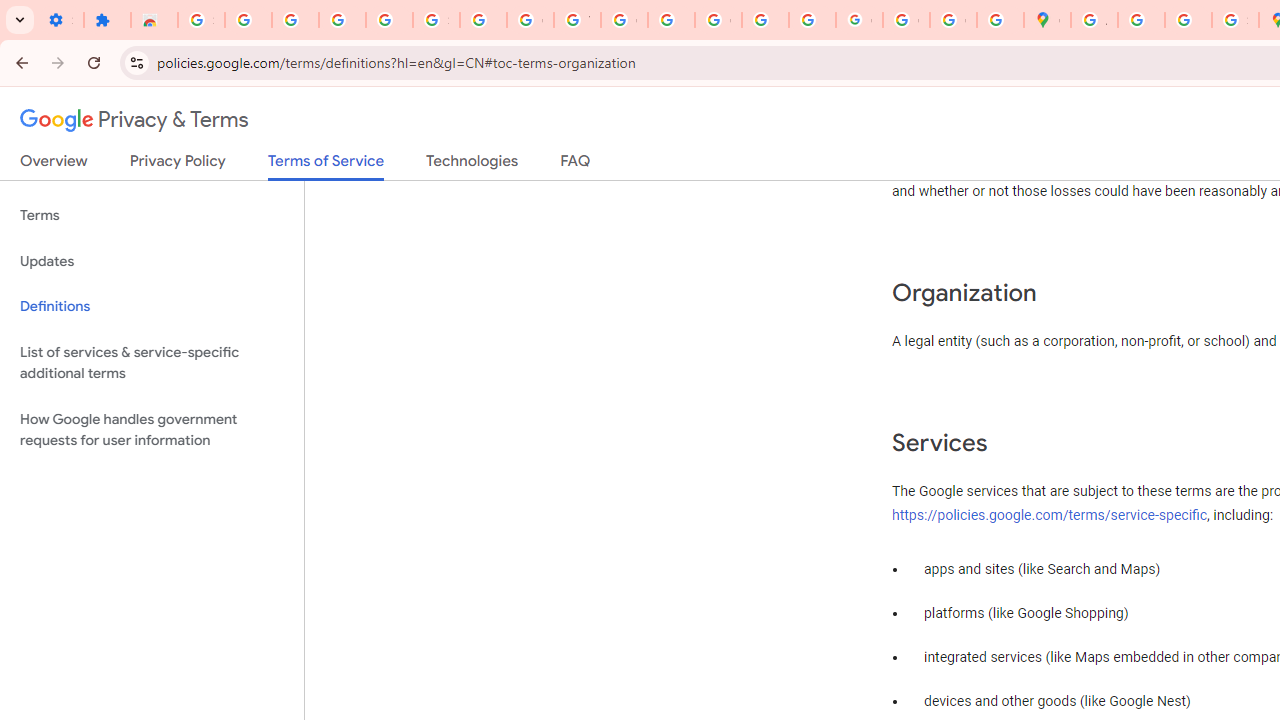 The height and width of the screenshot is (720, 1280). I want to click on 'Terms of Service', so click(326, 165).